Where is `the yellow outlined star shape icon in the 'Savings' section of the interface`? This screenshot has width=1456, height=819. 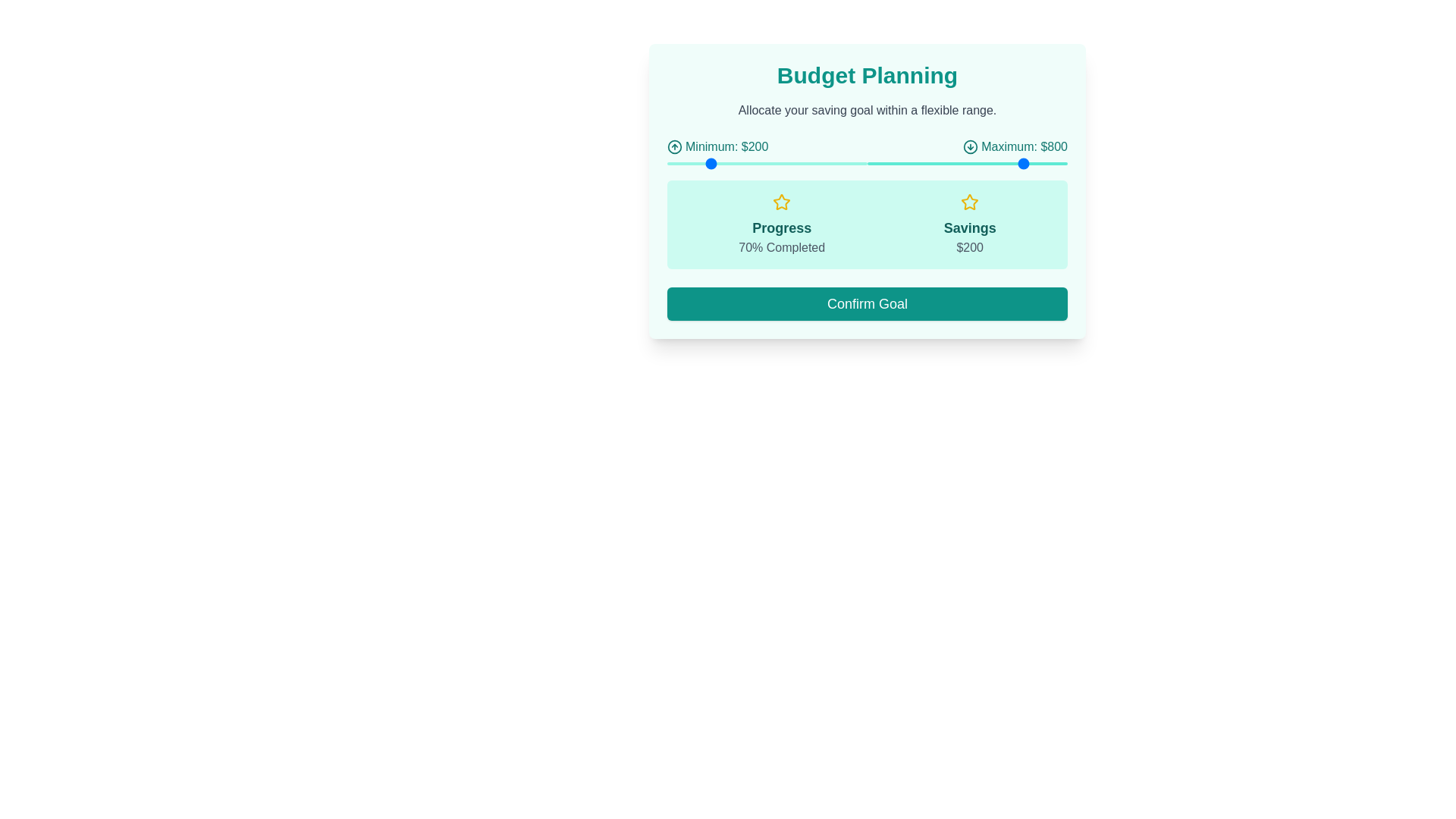
the yellow outlined star shape icon in the 'Savings' section of the interface is located at coordinates (782, 201).